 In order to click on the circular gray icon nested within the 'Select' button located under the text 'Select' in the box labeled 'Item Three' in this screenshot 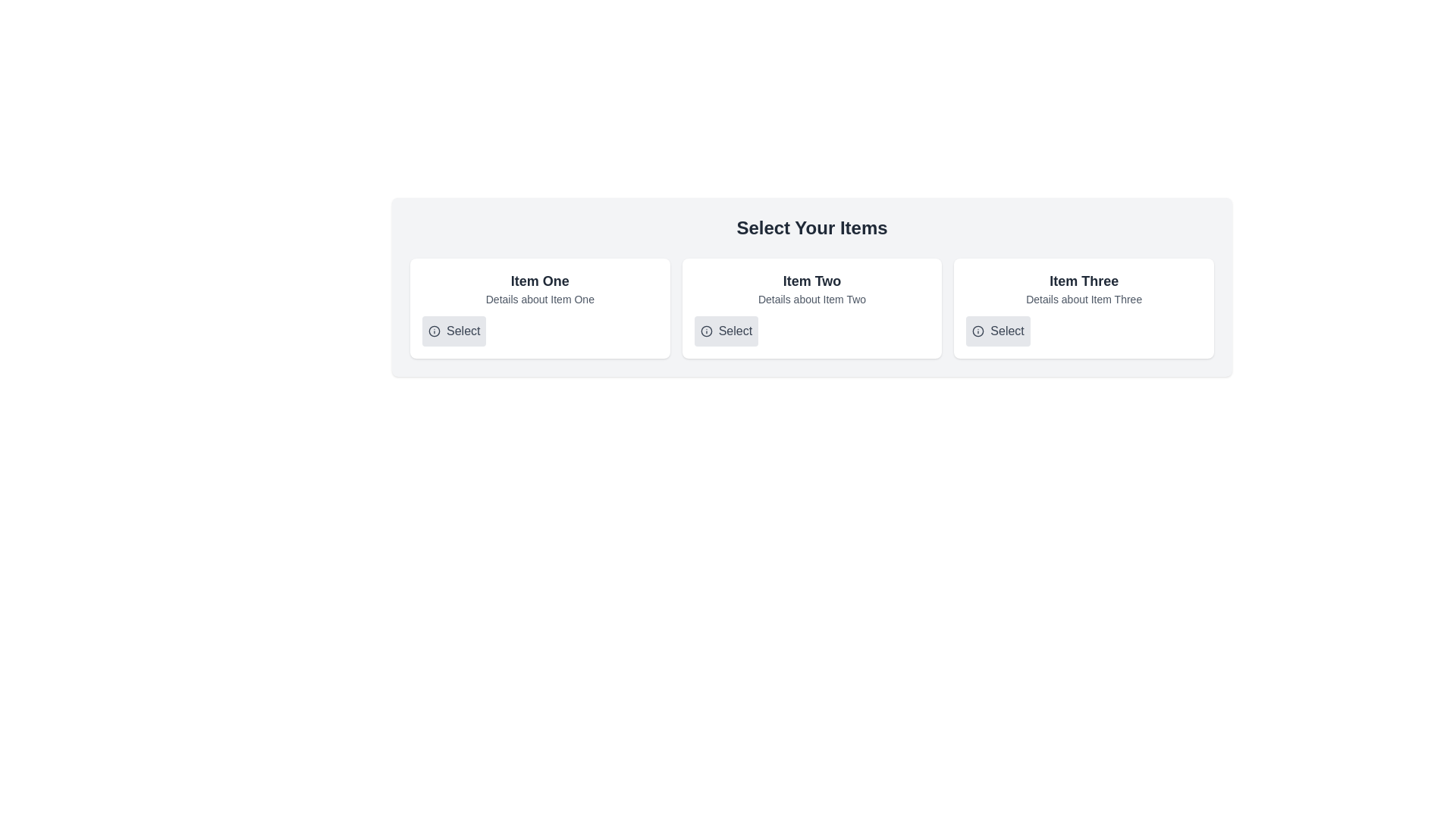, I will do `click(978, 330)`.